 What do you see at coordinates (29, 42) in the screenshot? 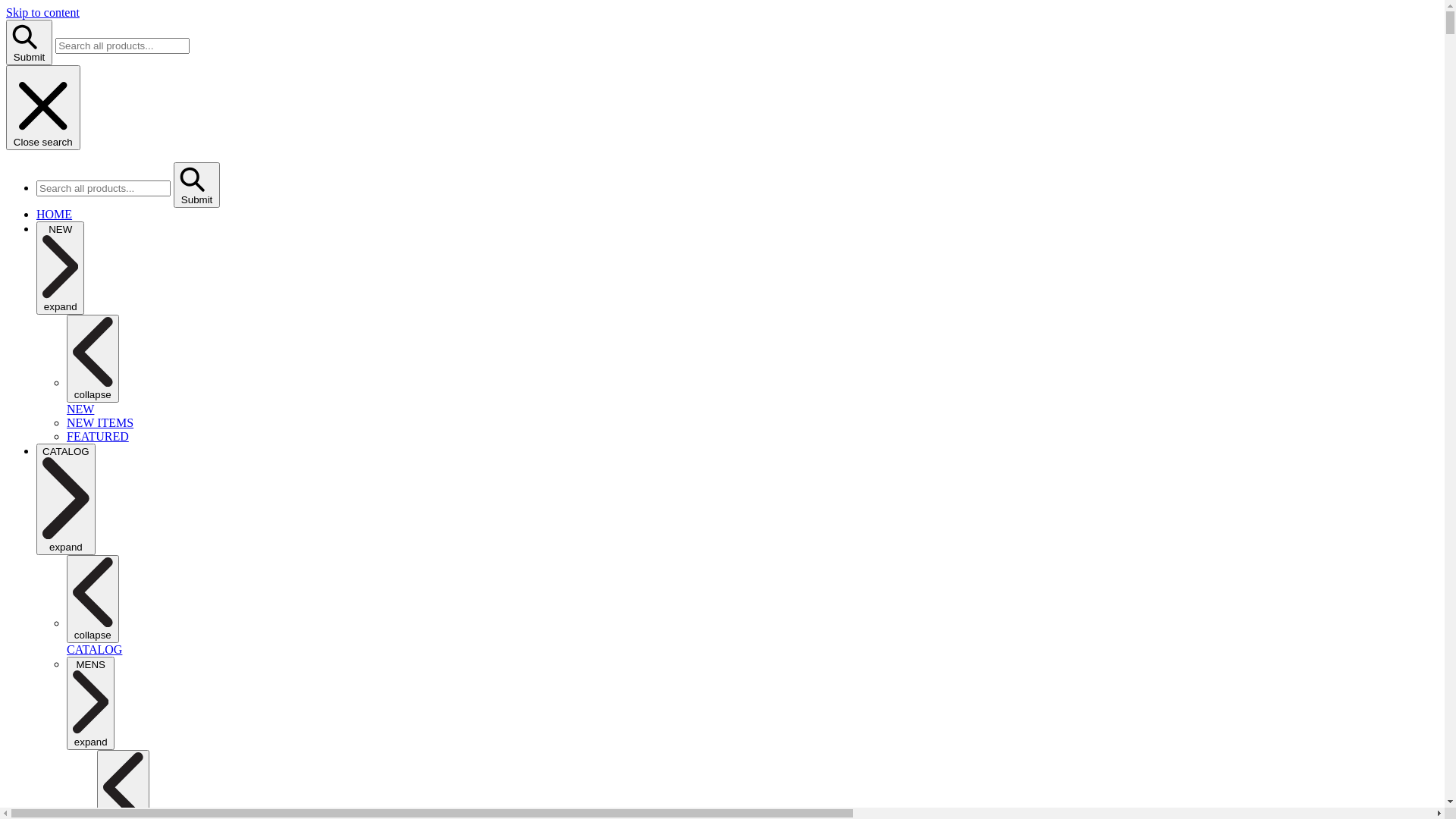
I see `'Submit'` at bounding box center [29, 42].